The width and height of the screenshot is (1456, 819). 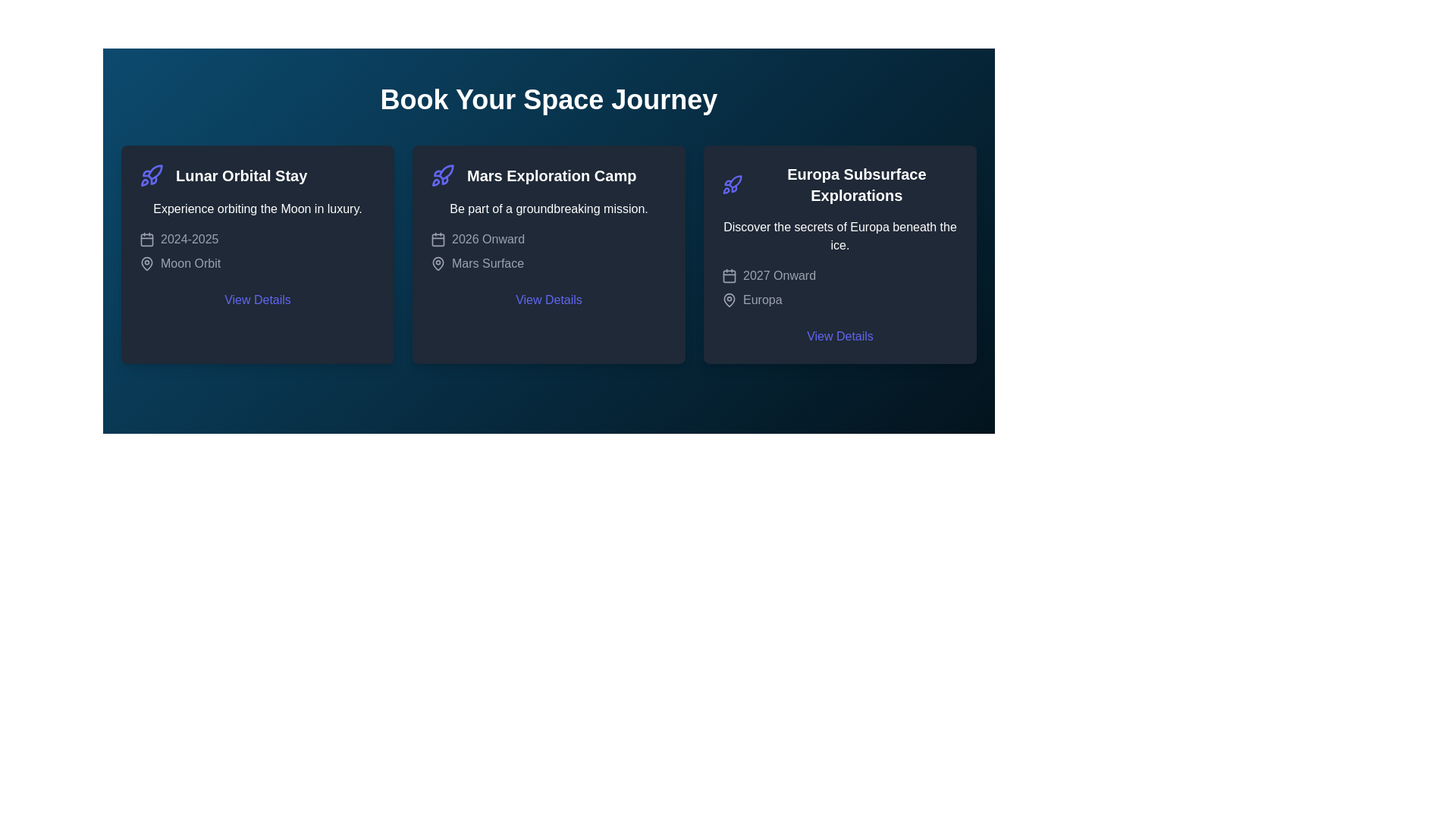 What do you see at coordinates (258, 174) in the screenshot?
I see `the label displaying 'Lunar Orbital Stay' which is styled in bold white font on a dark background, located at the top of the first card in the grid of space journeys` at bounding box center [258, 174].